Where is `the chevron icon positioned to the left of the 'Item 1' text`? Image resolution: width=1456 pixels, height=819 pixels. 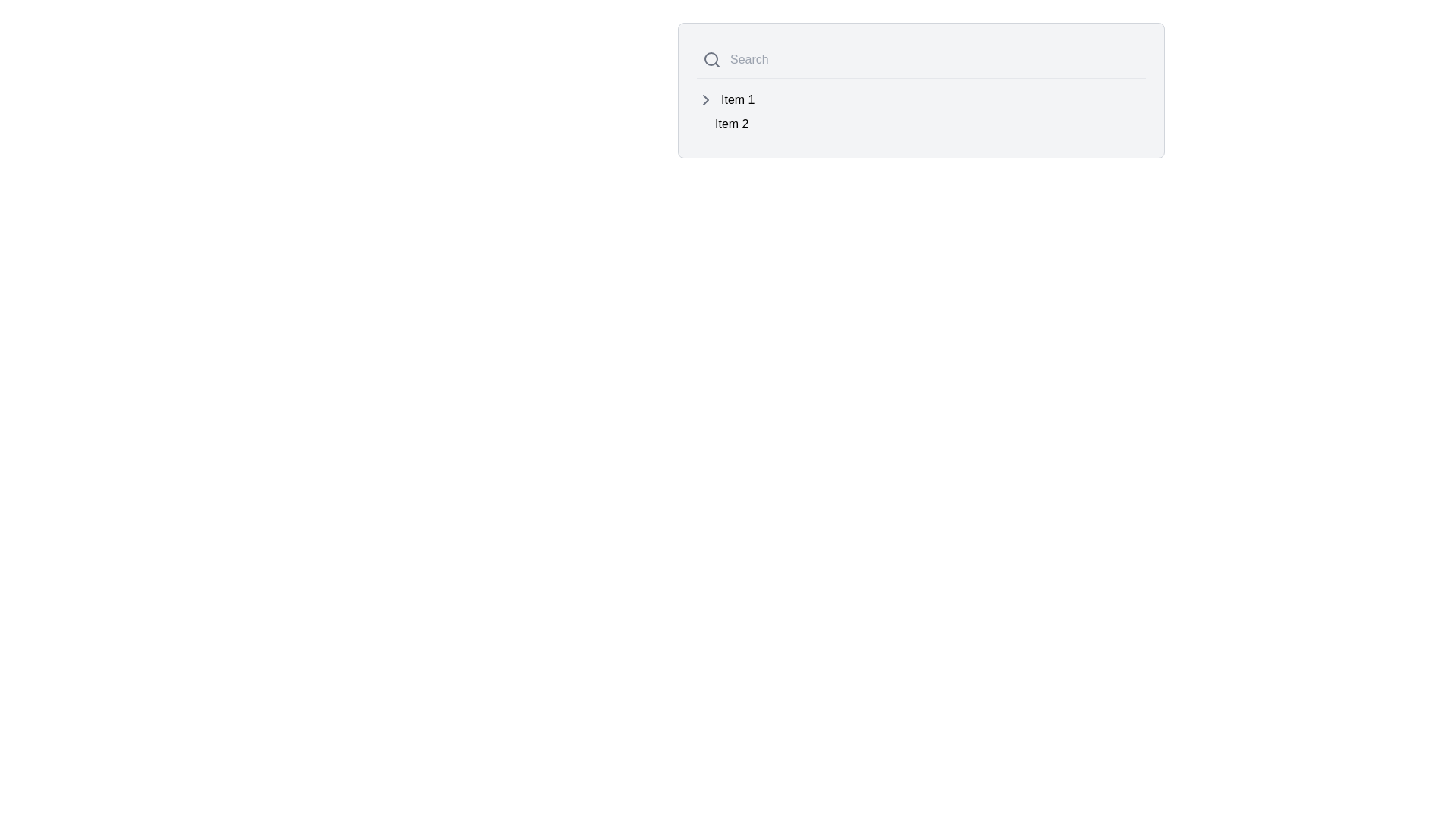
the chevron icon positioned to the left of the 'Item 1' text is located at coordinates (705, 99).